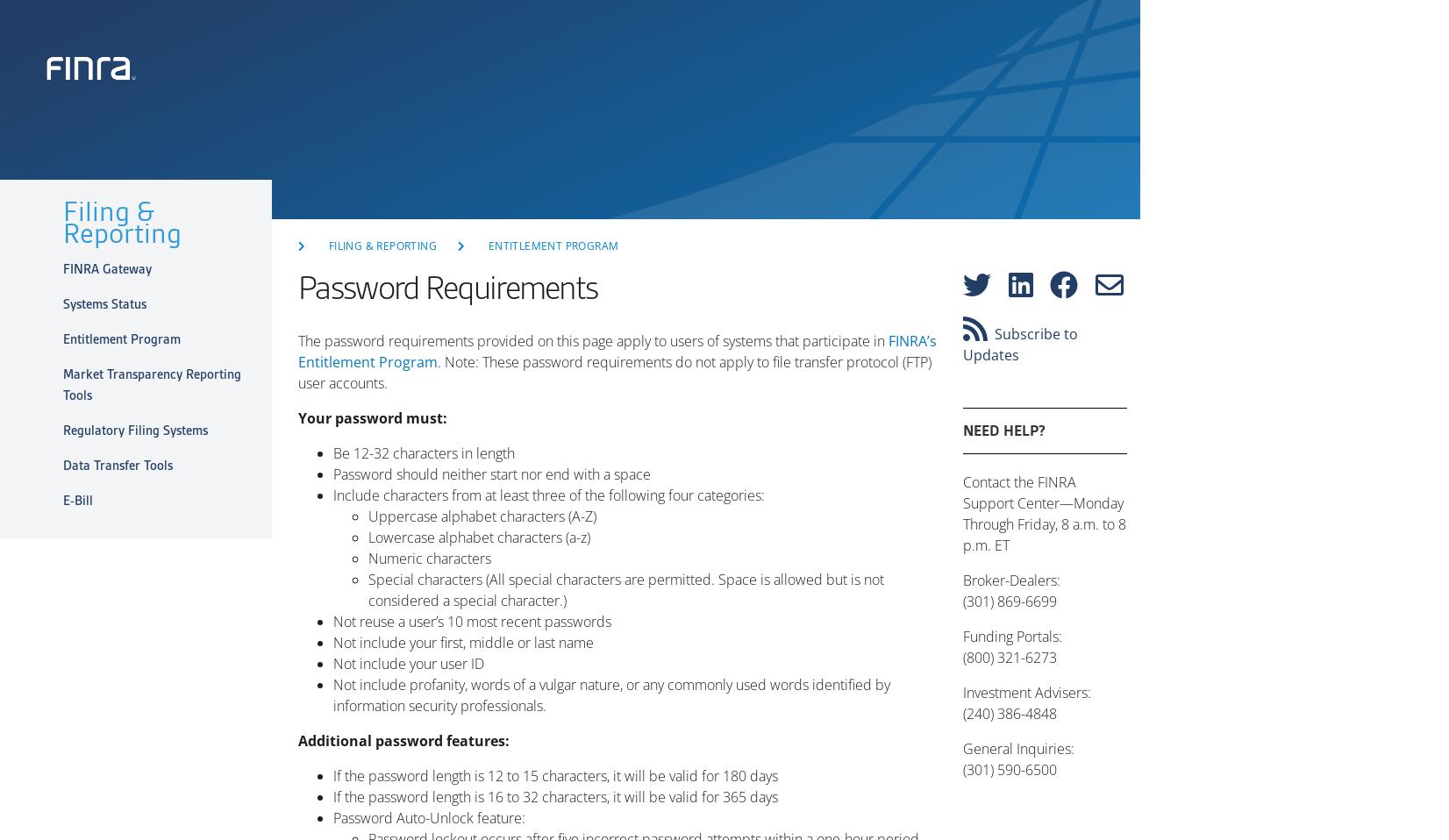 The image size is (1449, 840). I want to click on 'If the password length is 12 to 15 characters, it will be valid for 180 days', so click(555, 776).